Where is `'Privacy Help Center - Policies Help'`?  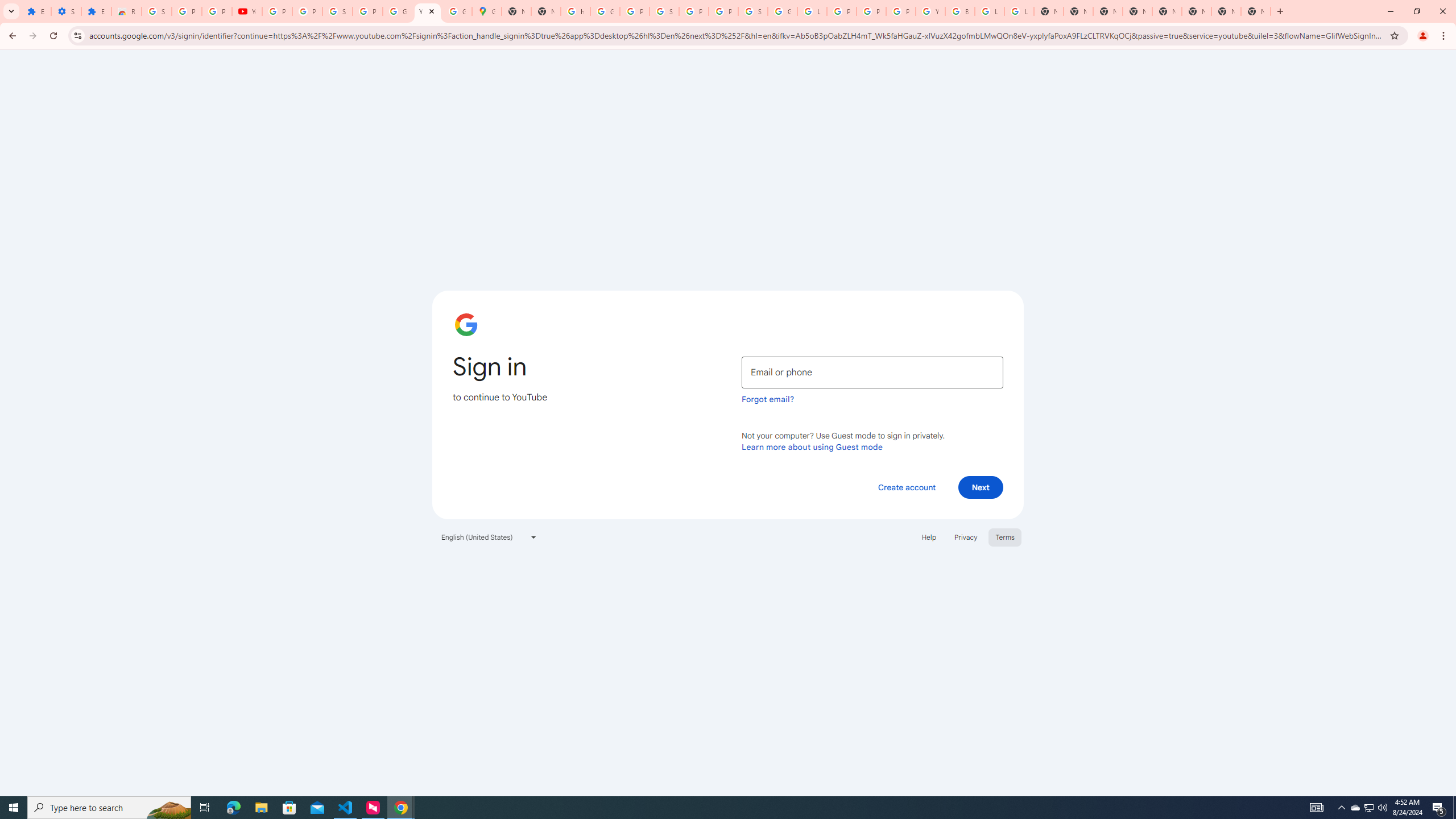 'Privacy Help Center - Policies Help' is located at coordinates (871, 11).